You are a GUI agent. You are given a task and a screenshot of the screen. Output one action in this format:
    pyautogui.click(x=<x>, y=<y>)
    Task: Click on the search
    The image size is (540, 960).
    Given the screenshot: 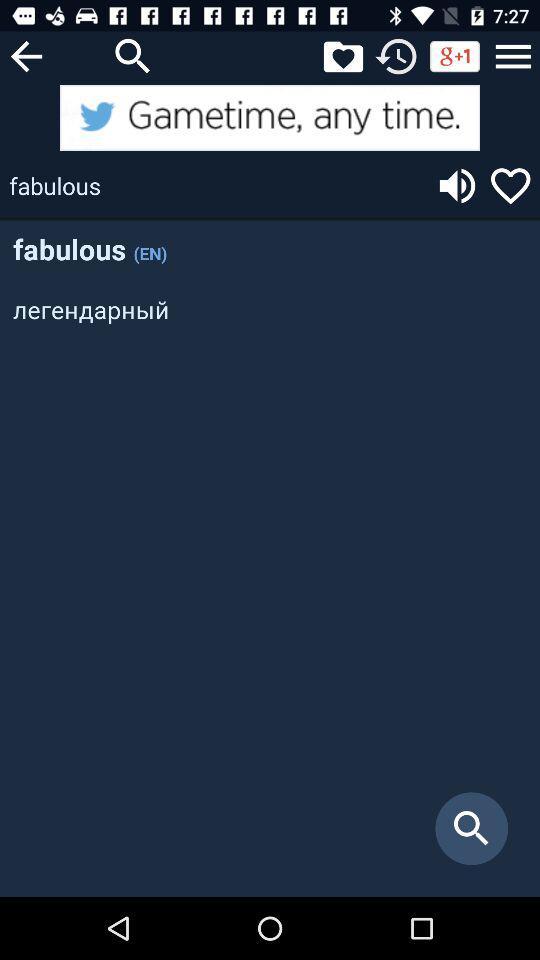 What is the action you would take?
    pyautogui.click(x=133, y=55)
    